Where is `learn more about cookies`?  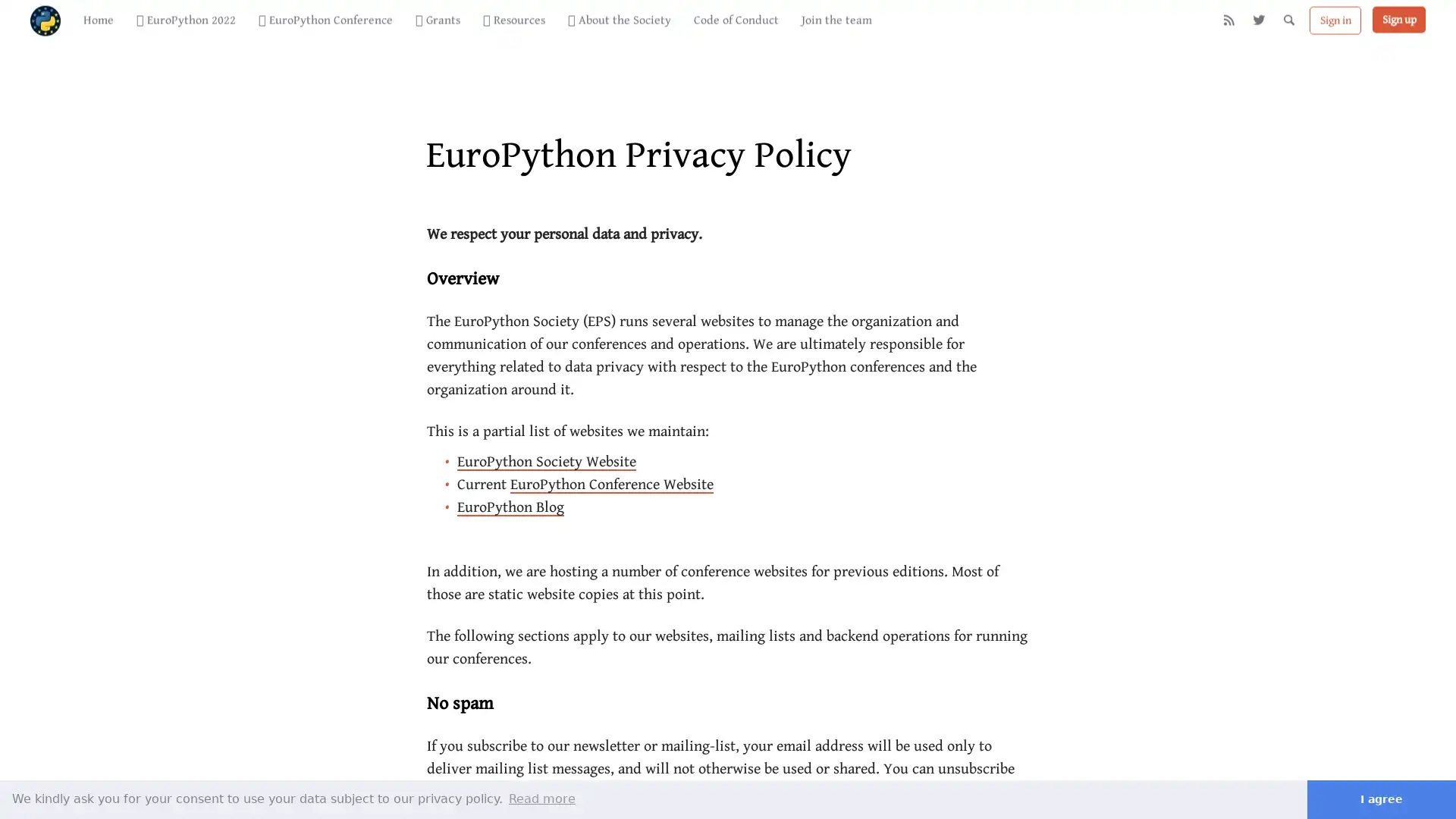 learn more about cookies is located at coordinates (542, 798).